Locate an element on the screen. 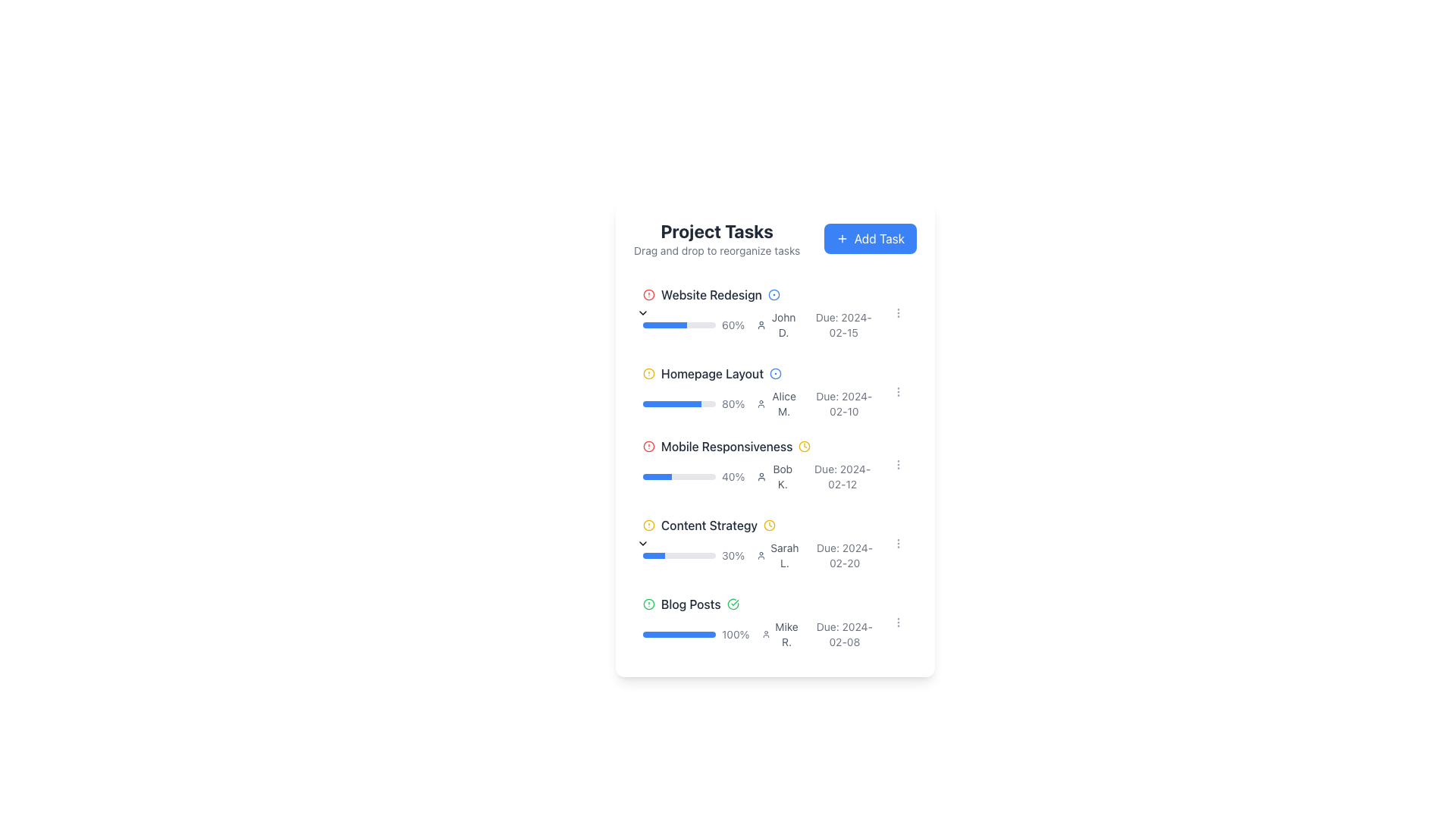  the static text label displaying the deadline 'Due: 2024-02-15', which is styled in gray sans-serif font and located to the right of 'John D.' is located at coordinates (843, 324).